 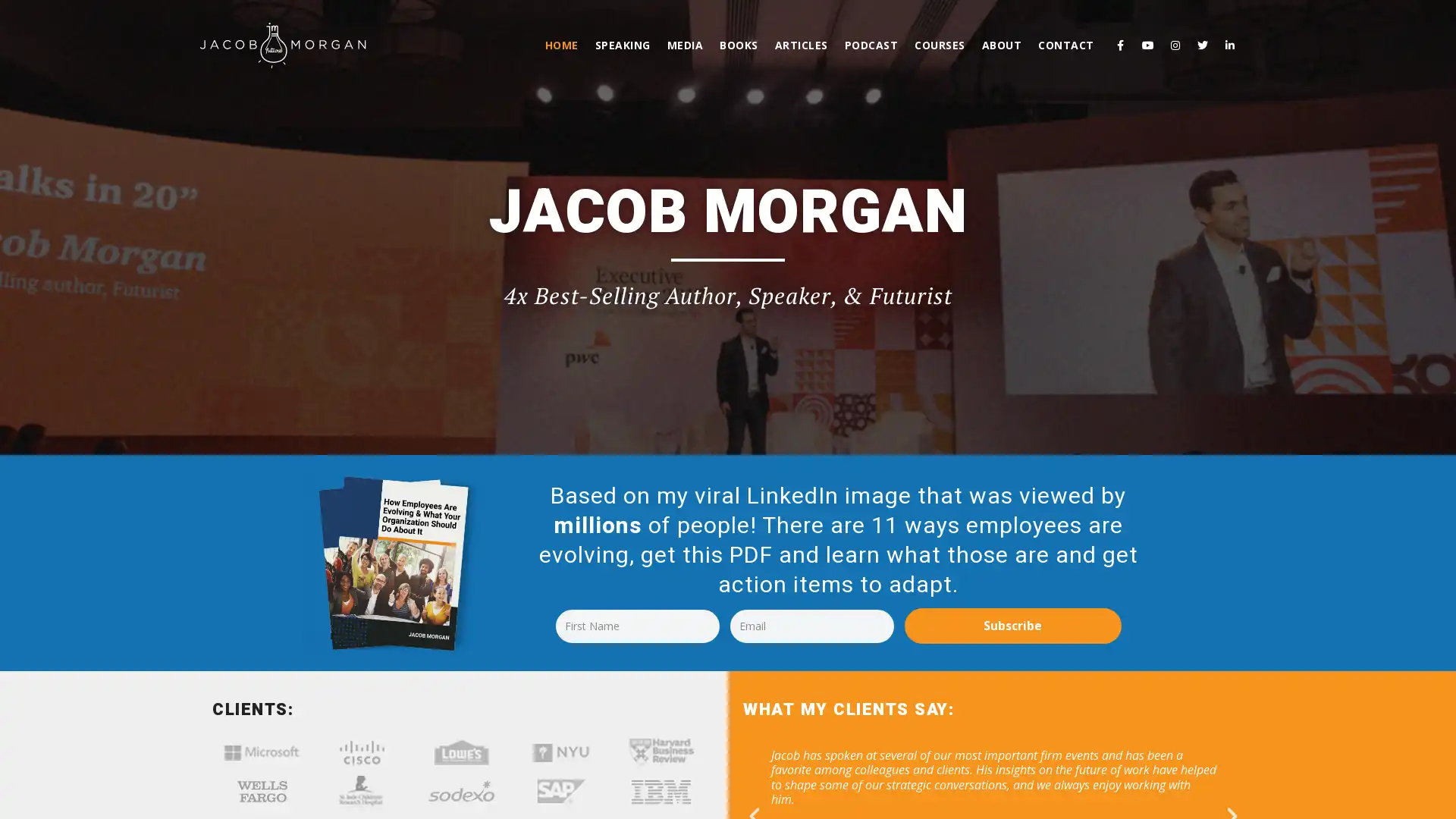 What do you see at coordinates (1012, 626) in the screenshot?
I see `Subscribe` at bounding box center [1012, 626].